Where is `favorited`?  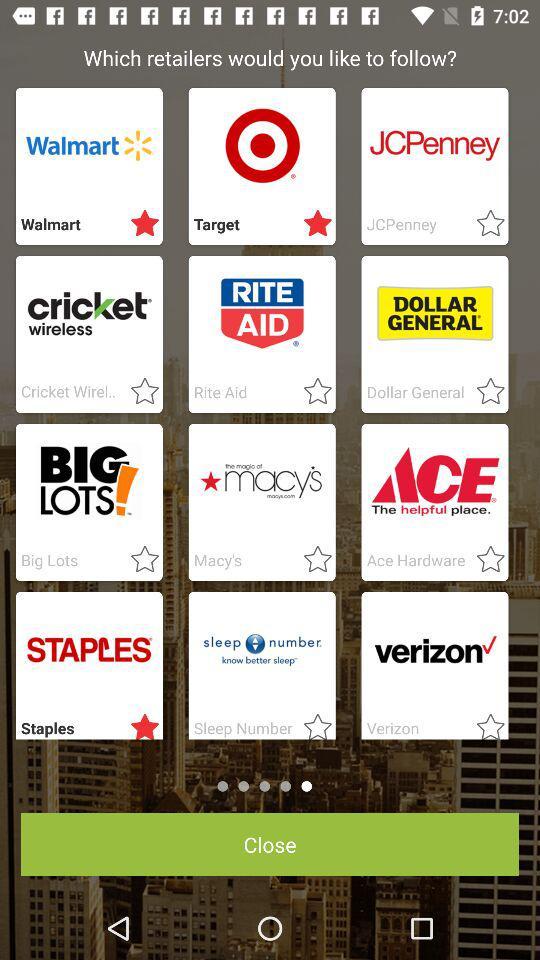 favorited is located at coordinates (312, 722).